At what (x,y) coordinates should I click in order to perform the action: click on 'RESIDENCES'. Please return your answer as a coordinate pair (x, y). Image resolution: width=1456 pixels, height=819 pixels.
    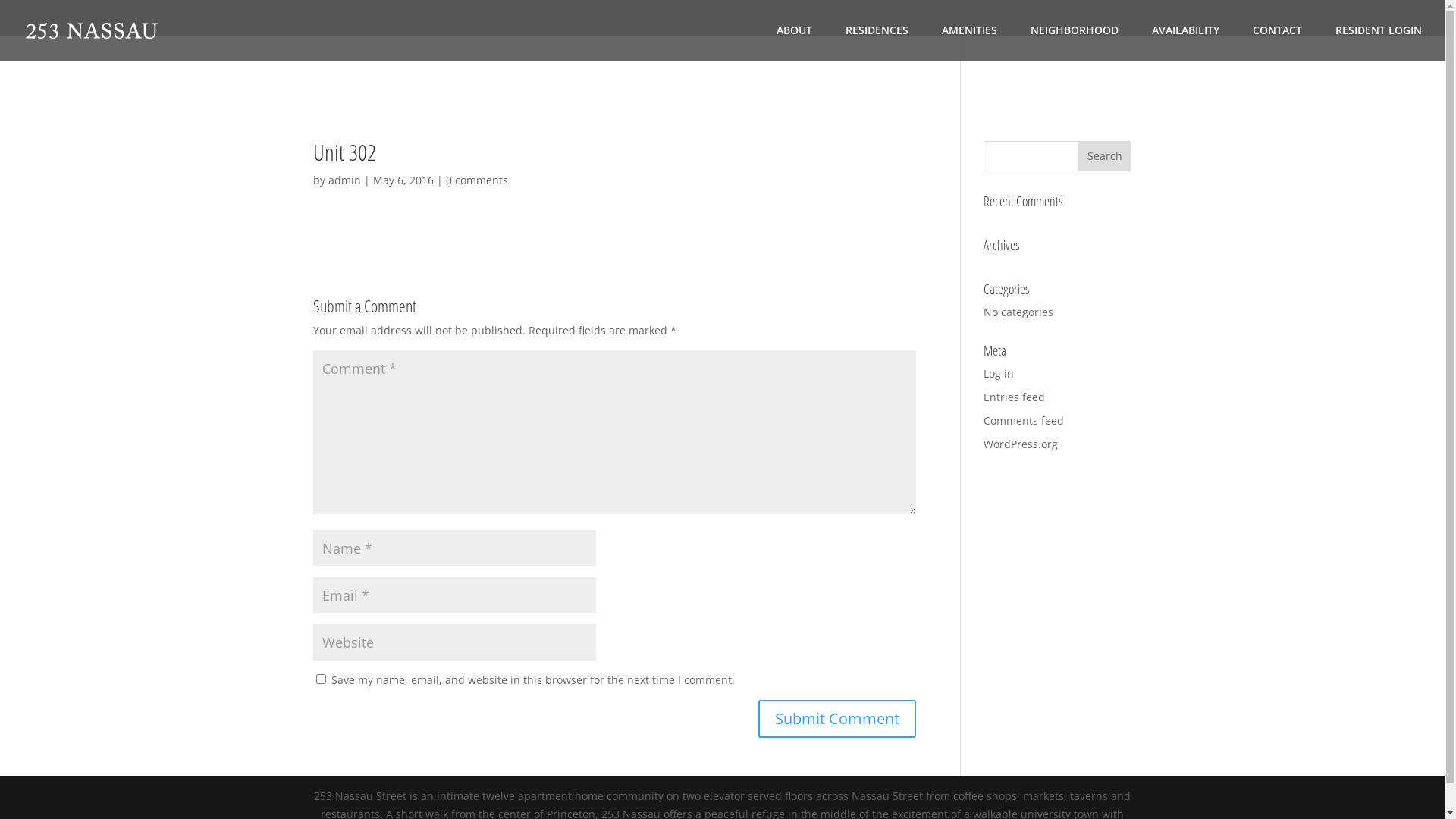
    Looking at the image, I should click on (877, 42).